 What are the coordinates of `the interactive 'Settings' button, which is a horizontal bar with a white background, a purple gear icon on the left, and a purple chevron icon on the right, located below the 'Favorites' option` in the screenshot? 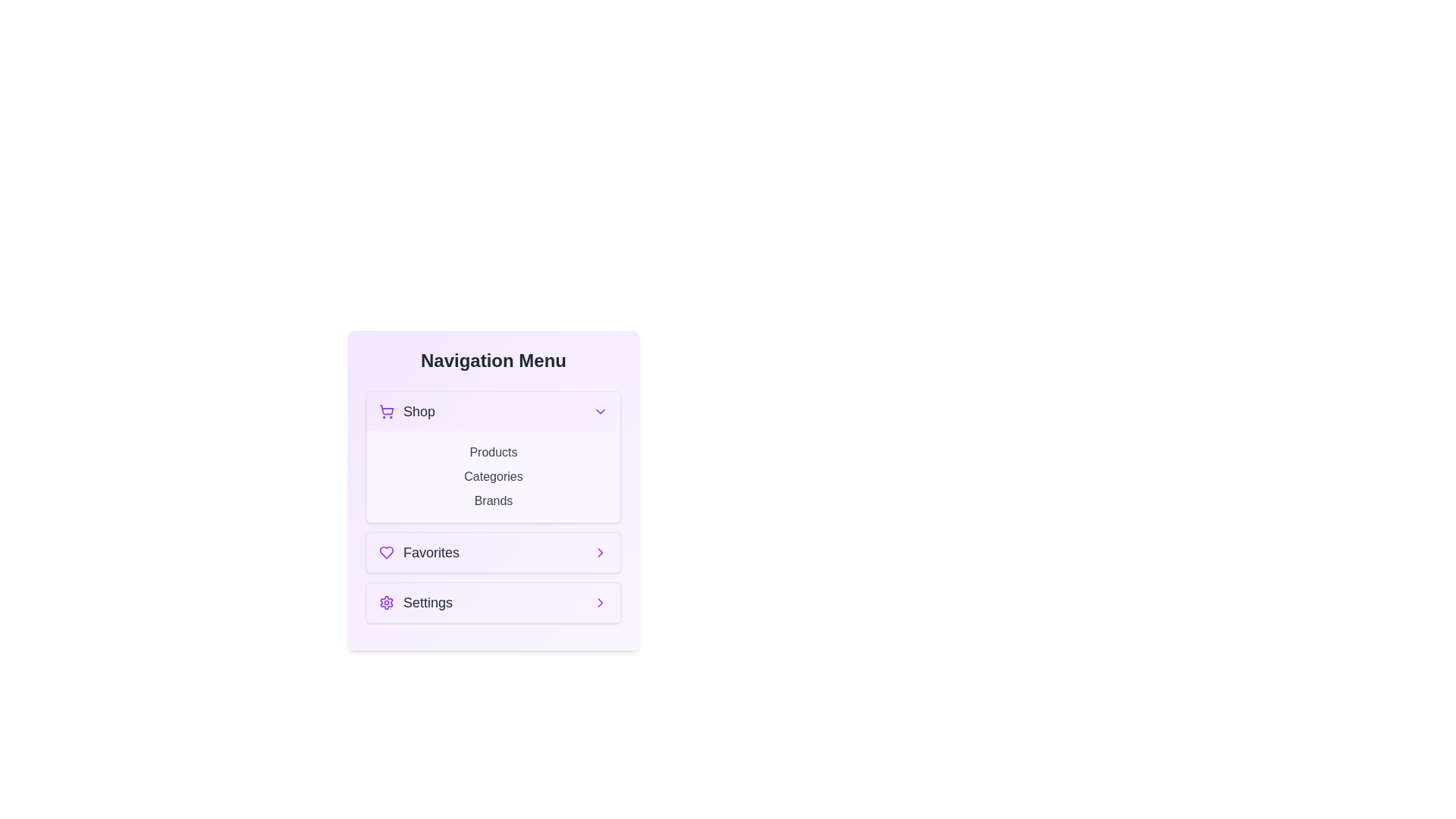 It's located at (494, 601).